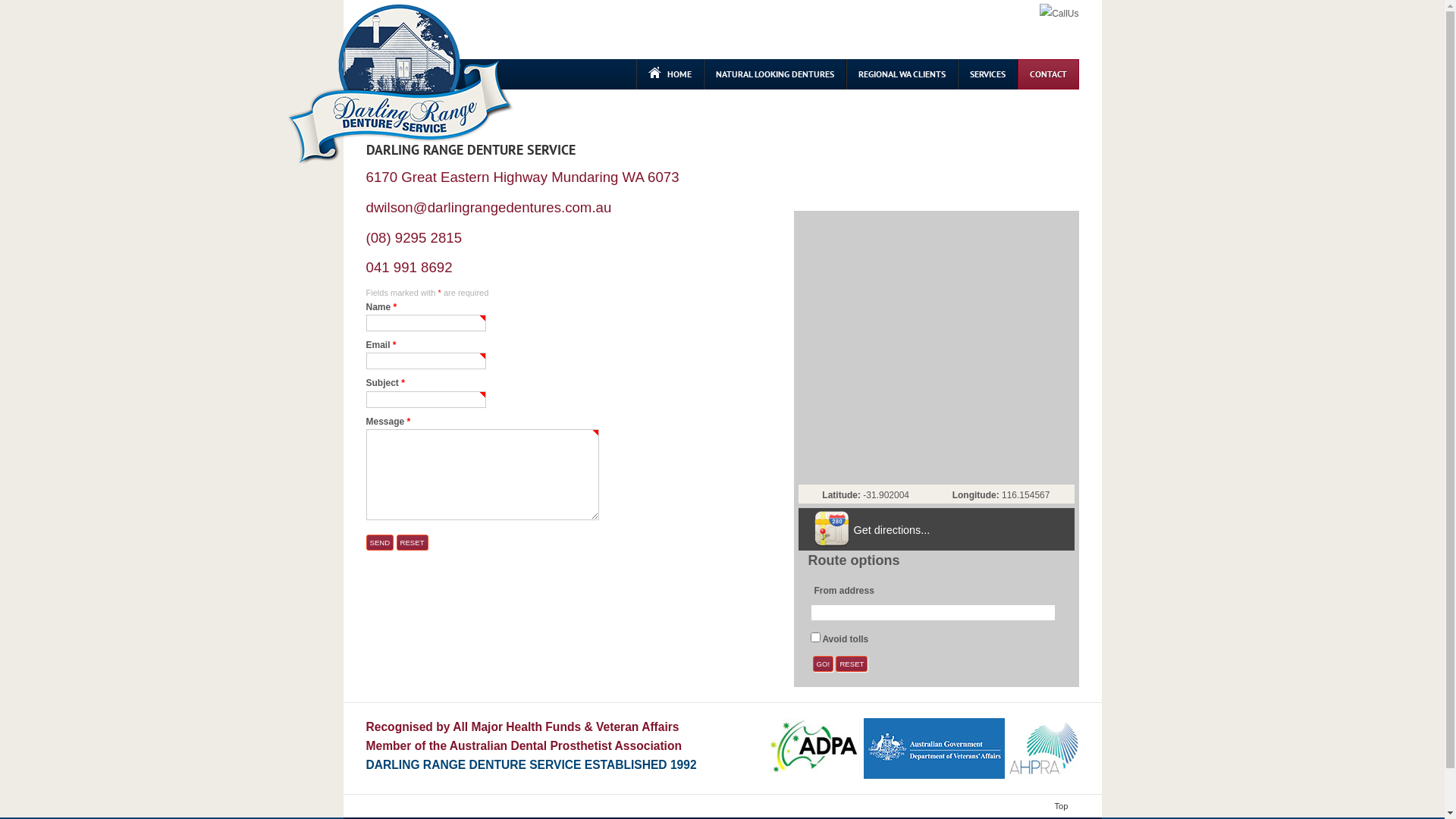 The width and height of the screenshot is (1456, 819). What do you see at coordinates (481, 473) in the screenshot?
I see `'Message'` at bounding box center [481, 473].